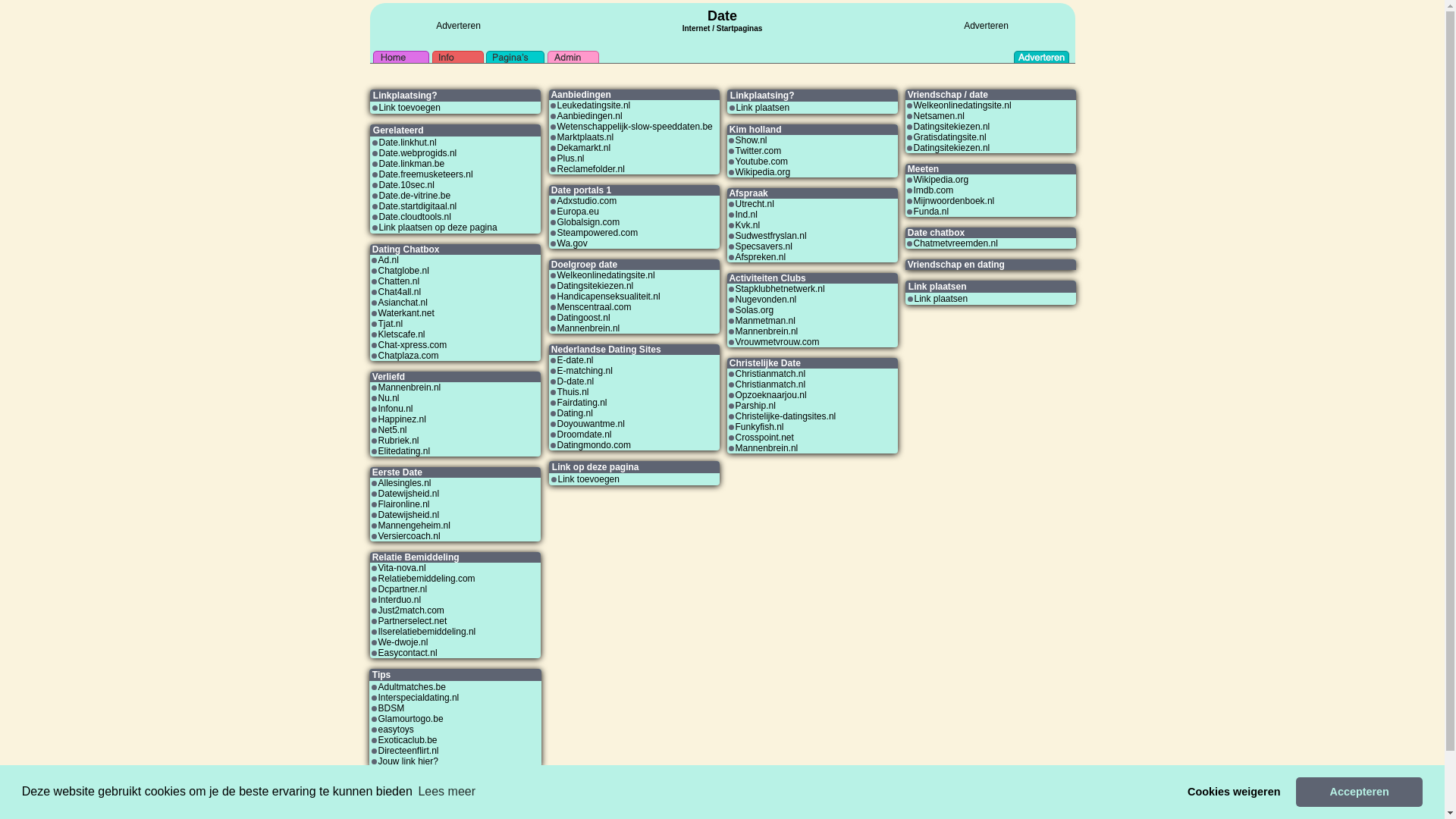 This screenshot has height=819, width=1456. Describe the element at coordinates (574, 359) in the screenshot. I see `'E-date.nl'` at that location.